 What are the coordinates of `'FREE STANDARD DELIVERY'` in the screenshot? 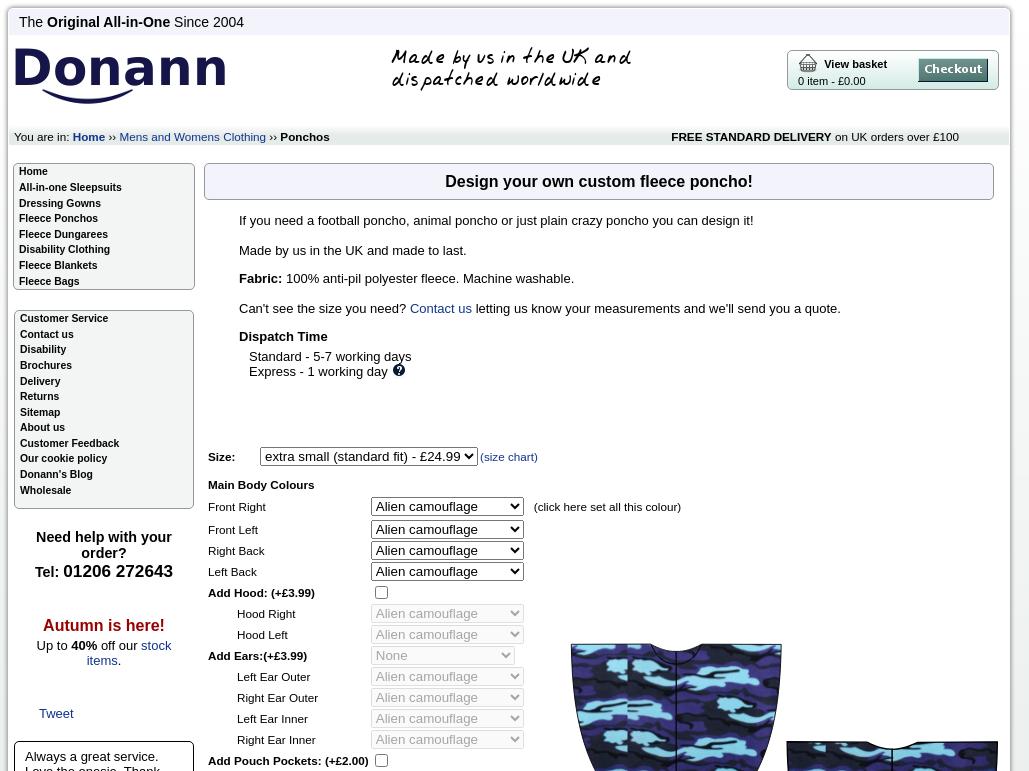 It's located at (750, 136).